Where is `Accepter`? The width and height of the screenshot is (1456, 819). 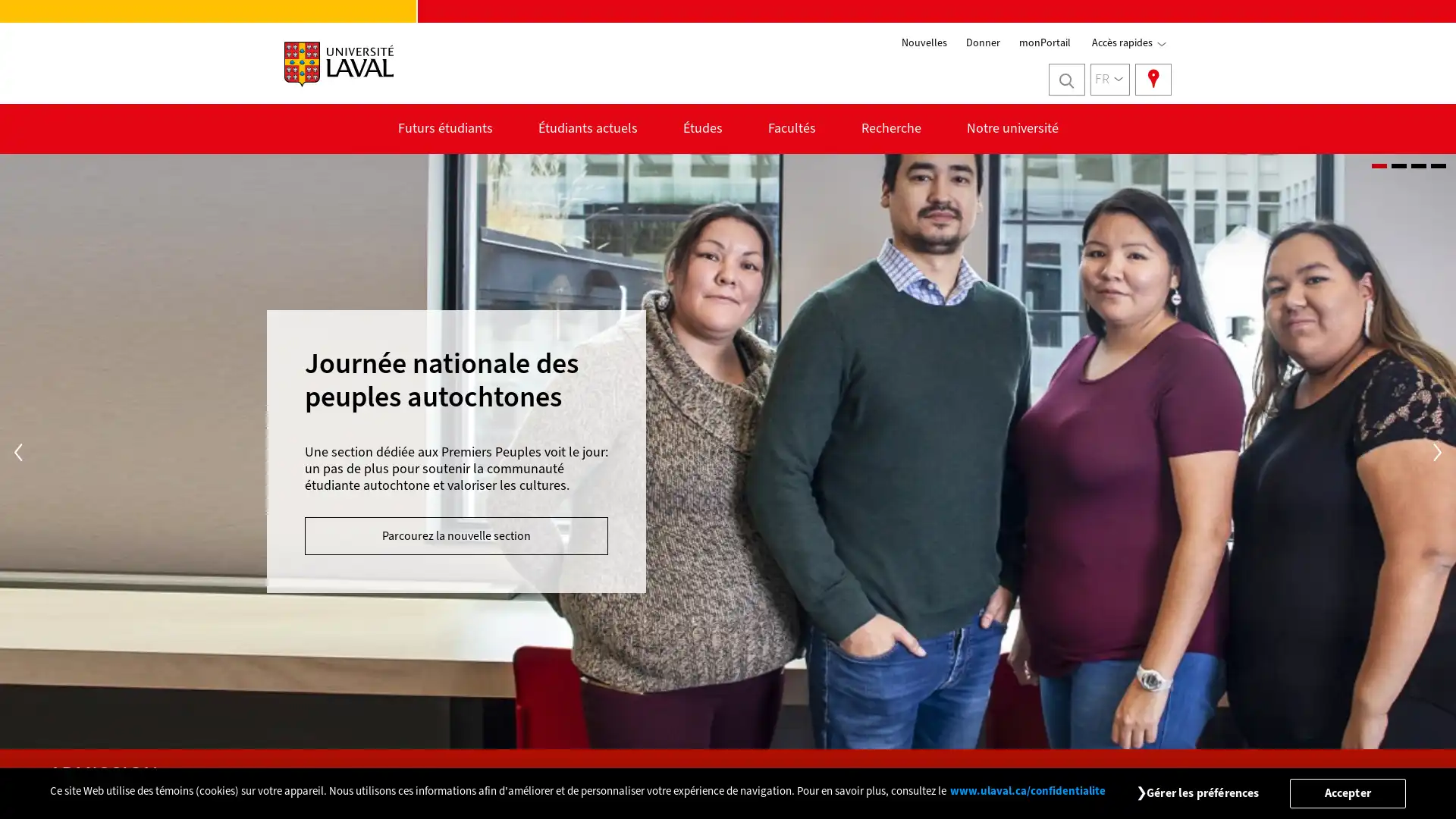 Accepter is located at coordinates (1347, 792).